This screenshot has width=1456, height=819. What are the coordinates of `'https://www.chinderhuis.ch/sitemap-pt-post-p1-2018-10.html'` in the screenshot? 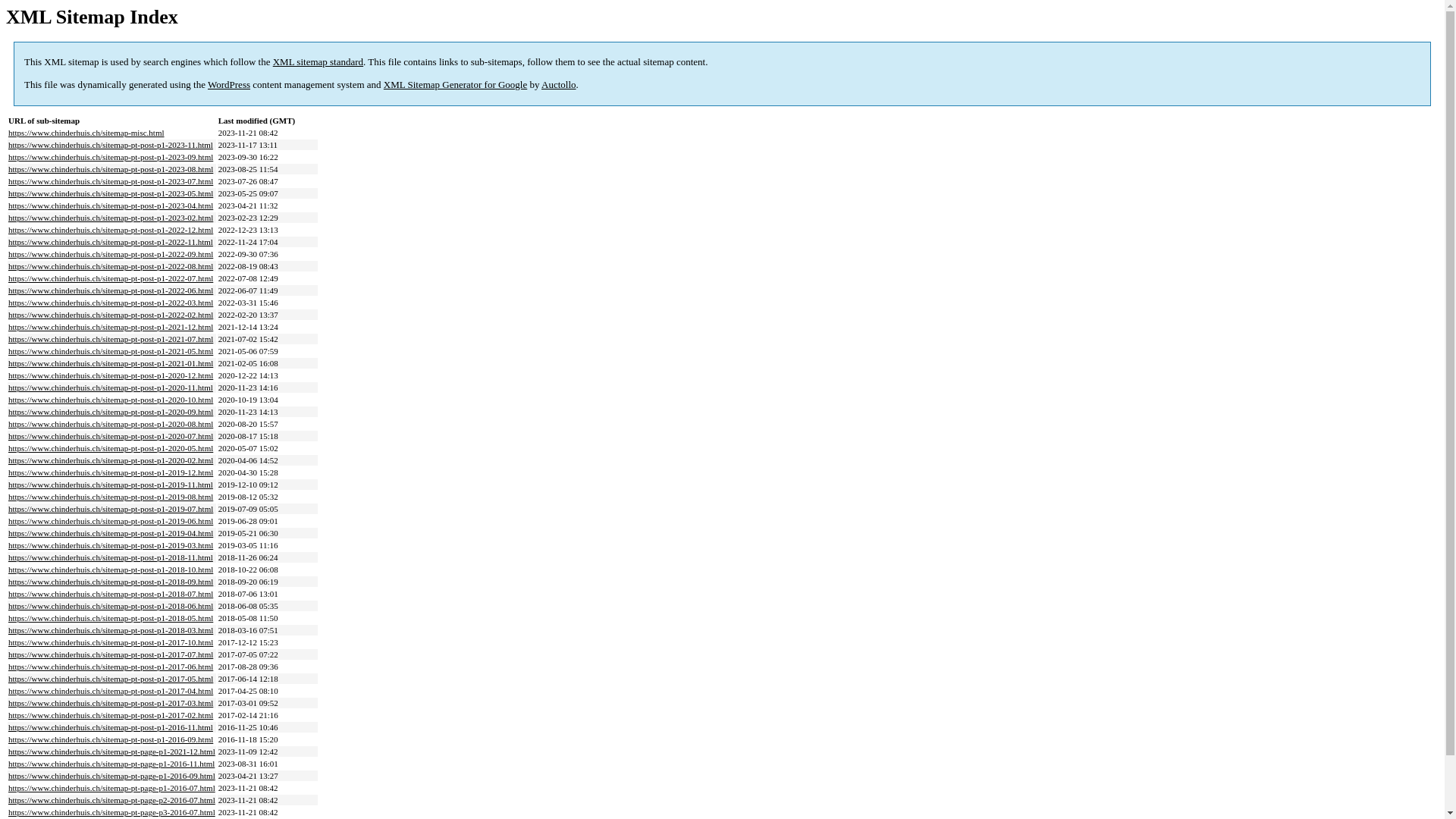 It's located at (109, 570).